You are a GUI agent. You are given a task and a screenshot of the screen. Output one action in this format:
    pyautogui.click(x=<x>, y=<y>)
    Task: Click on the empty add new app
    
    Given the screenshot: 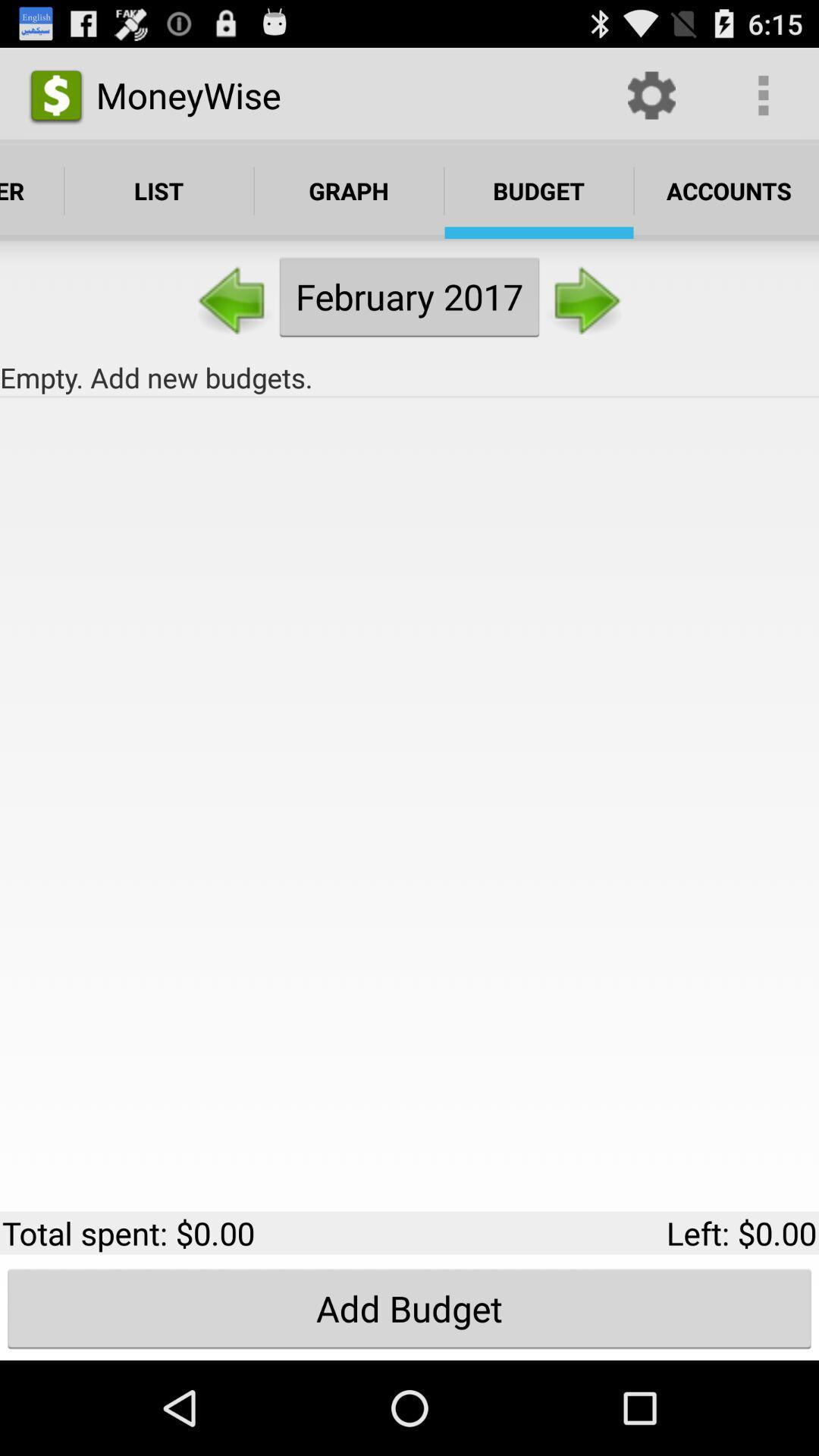 What is the action you would take?
    pyautogui.click(x=409, y=378)
    